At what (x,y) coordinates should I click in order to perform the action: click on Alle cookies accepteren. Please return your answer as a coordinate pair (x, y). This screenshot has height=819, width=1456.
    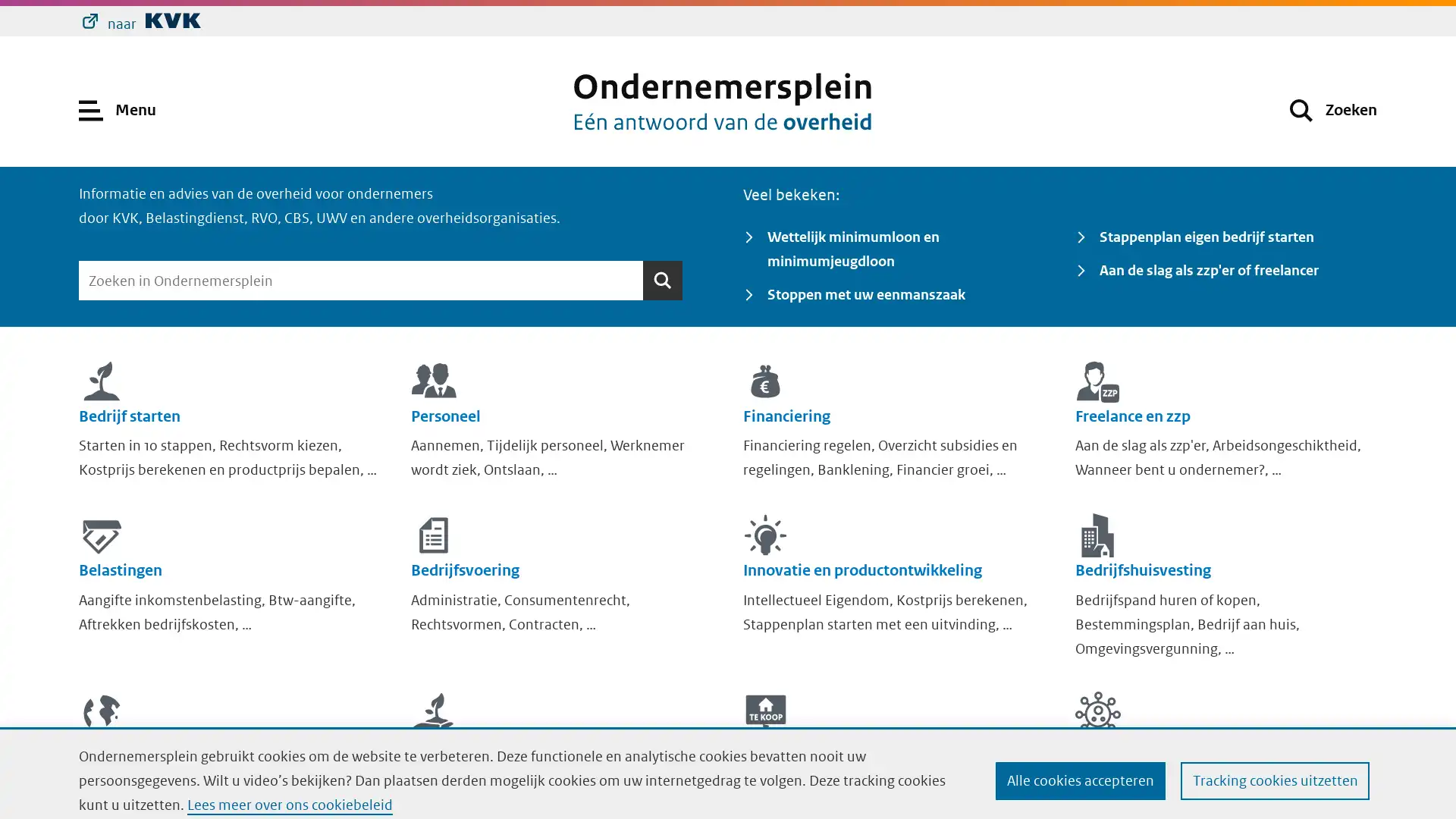
    Looking at the image, I should click on (1080, 767).